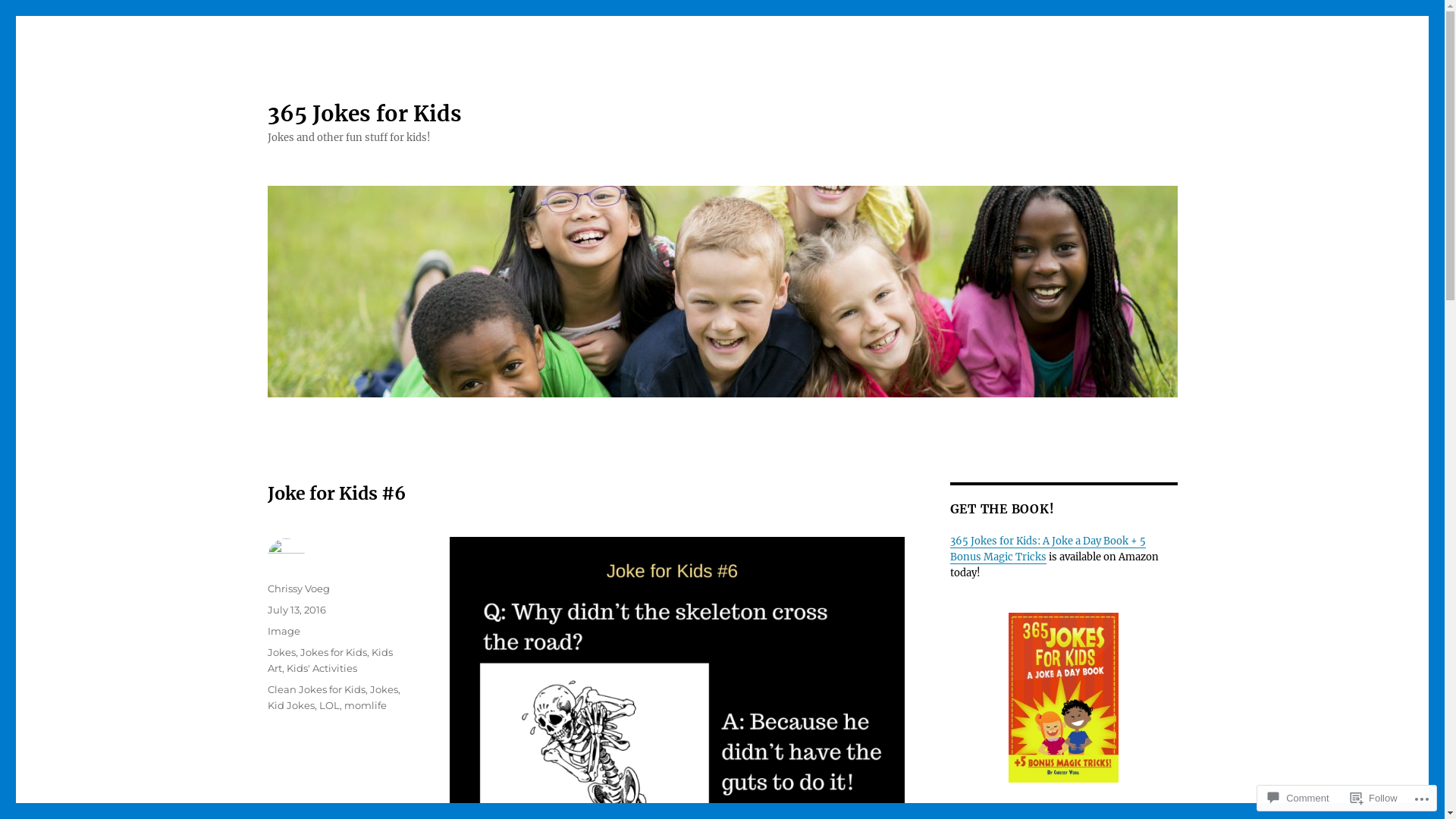  What do you see at coordinates (333, 651) in the screenshot?
I see `'Jokes for Kids'` at bounding box center [333, 651].